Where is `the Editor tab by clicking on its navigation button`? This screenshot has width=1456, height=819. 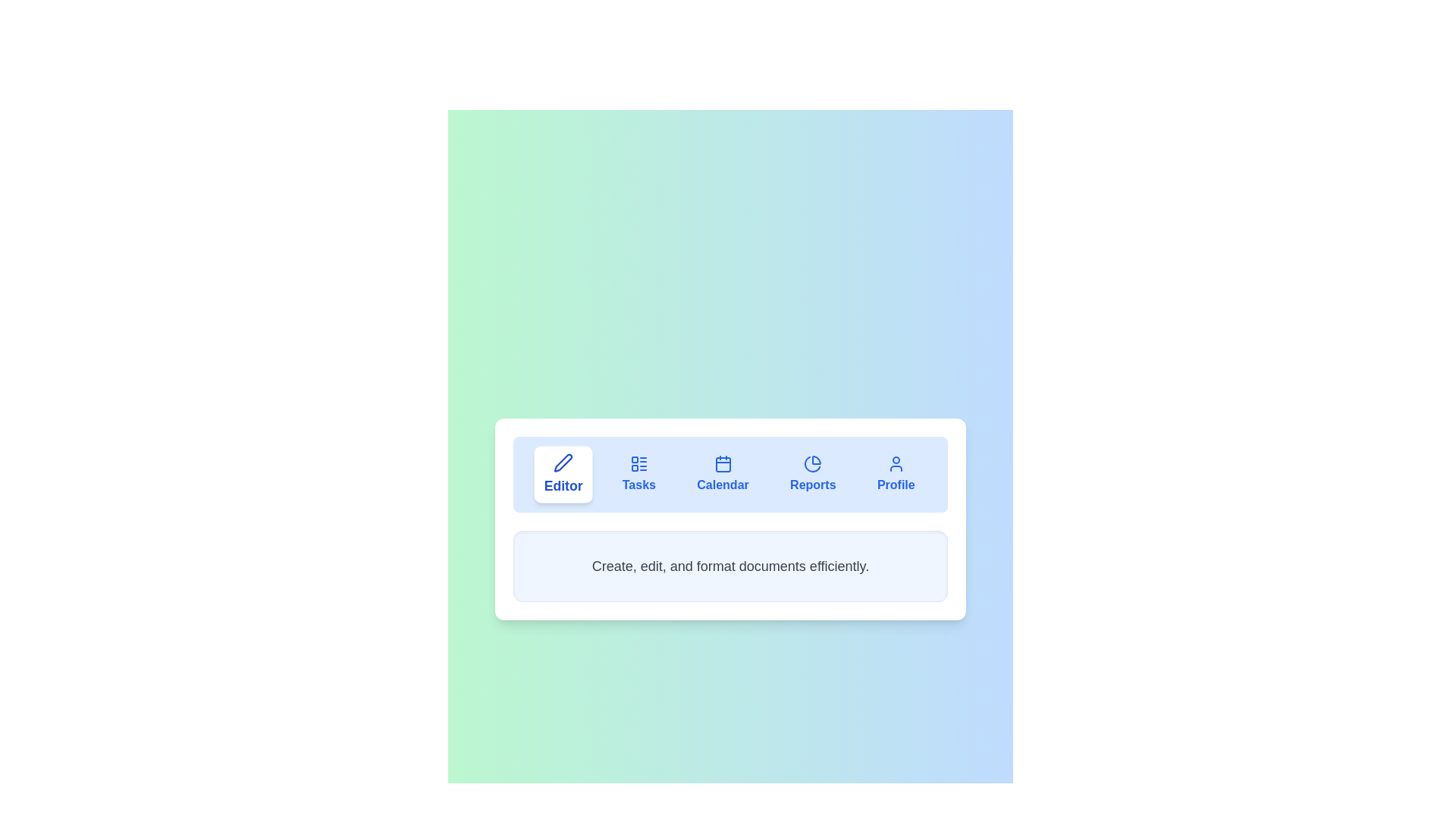
the Editor tab by clicking on its navigation button is located at coordinates (563, 473).